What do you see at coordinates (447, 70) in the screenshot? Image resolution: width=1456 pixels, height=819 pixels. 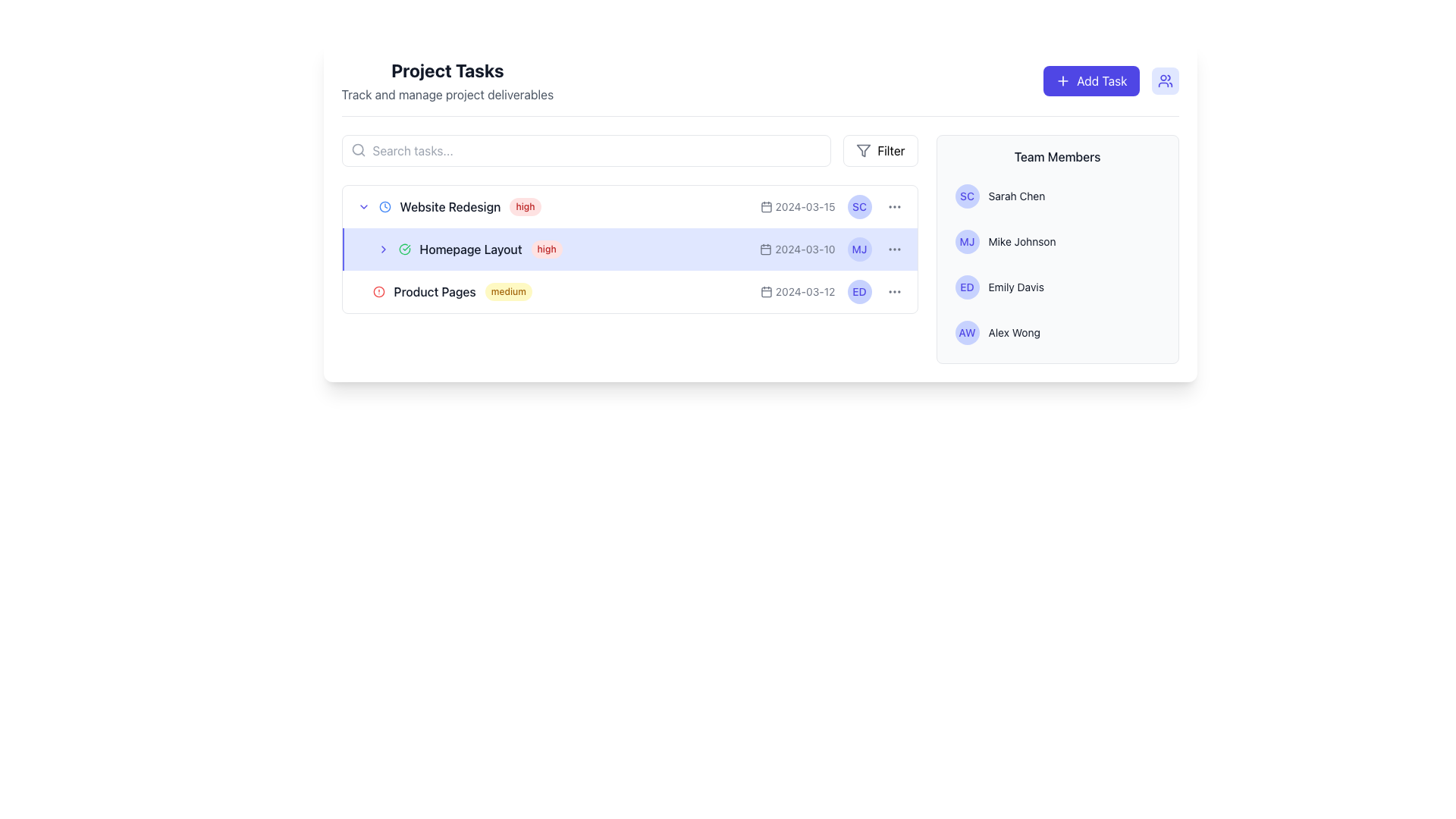 I see `the header text labeled 'Project Tasks', which is presented in a bold font and is the primary title above the subtitle in the top-left area of the interface` at bounding box center [447, 70].